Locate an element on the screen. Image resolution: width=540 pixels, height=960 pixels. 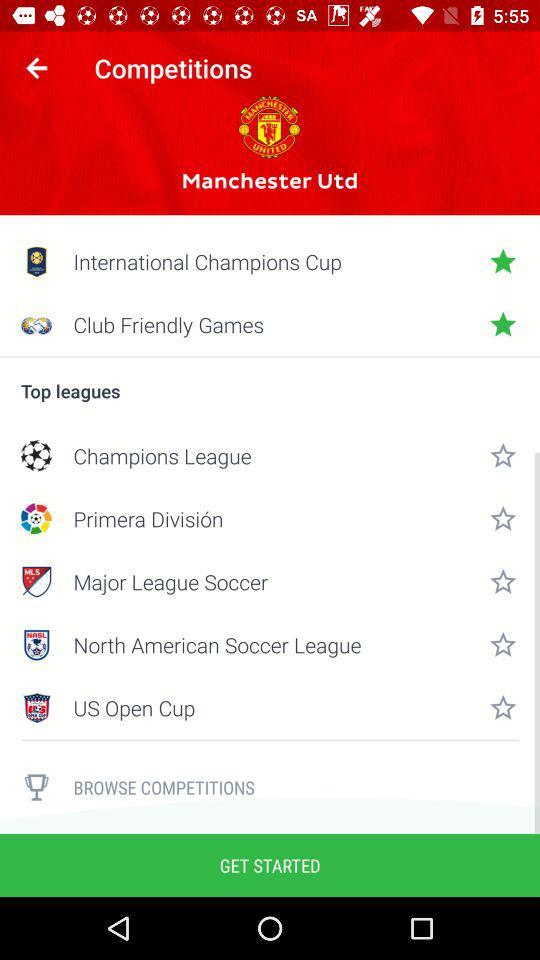
icon above browse competitions item is located at coordinates (270, 739).